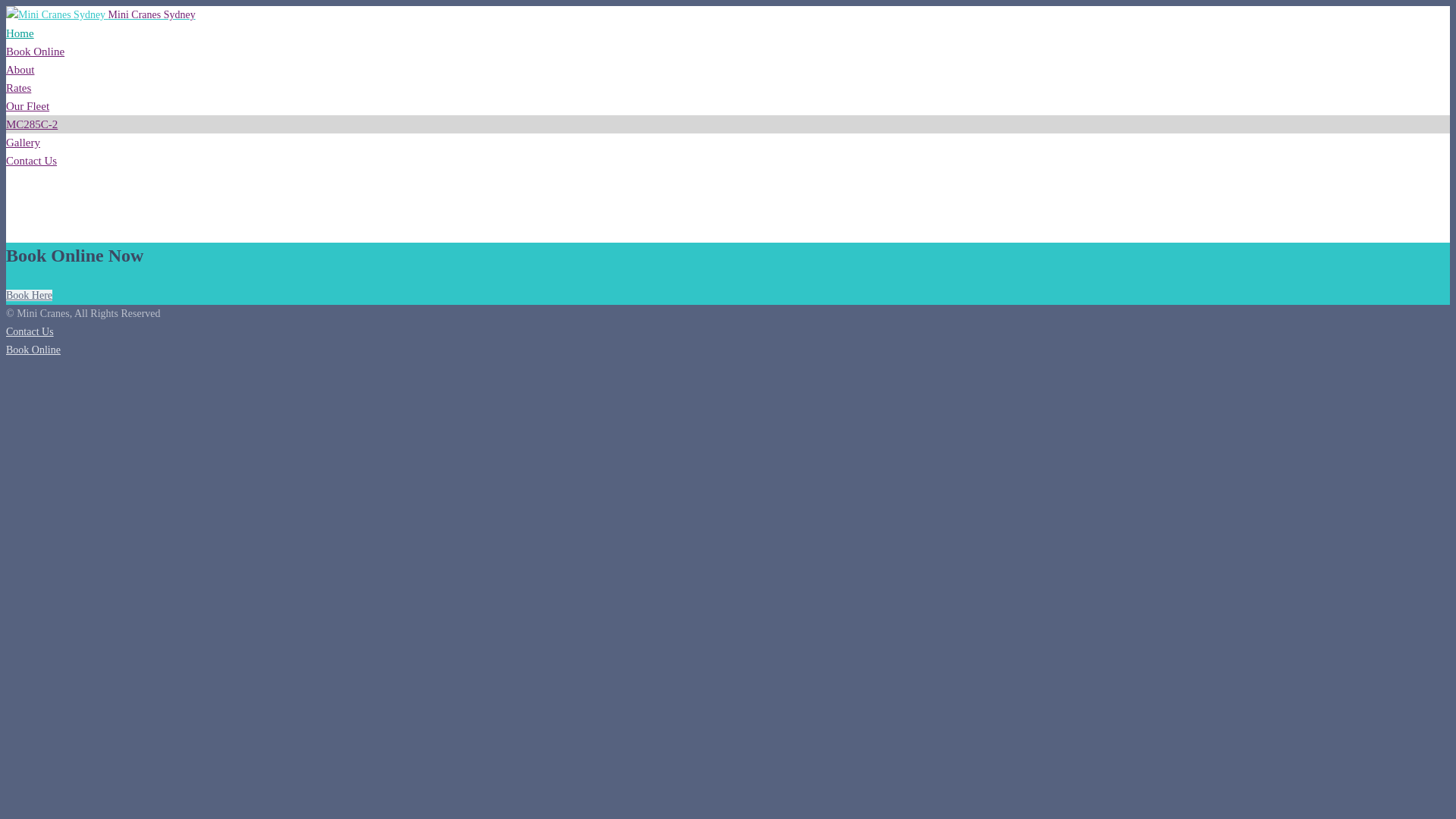 This screenshot has height=819, width=1456. What do you see at coordinates (30, 331) in the screenshot?
I see `'Contact Us'` at bounding box center [30, 331].